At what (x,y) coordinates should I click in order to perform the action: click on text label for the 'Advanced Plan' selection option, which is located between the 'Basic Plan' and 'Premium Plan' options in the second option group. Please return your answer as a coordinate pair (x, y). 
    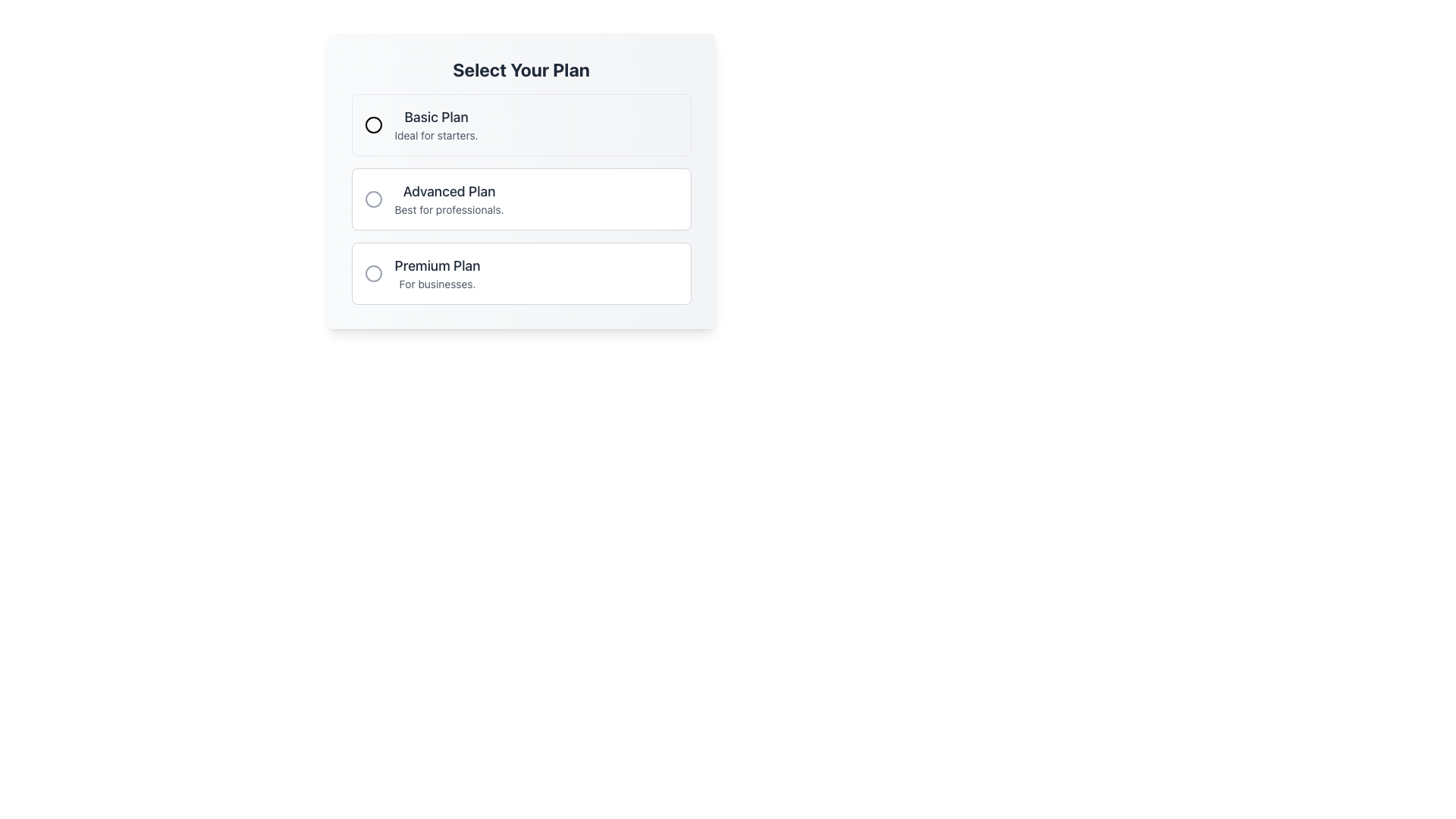
    Looking at the image, I should click on (448, 191).